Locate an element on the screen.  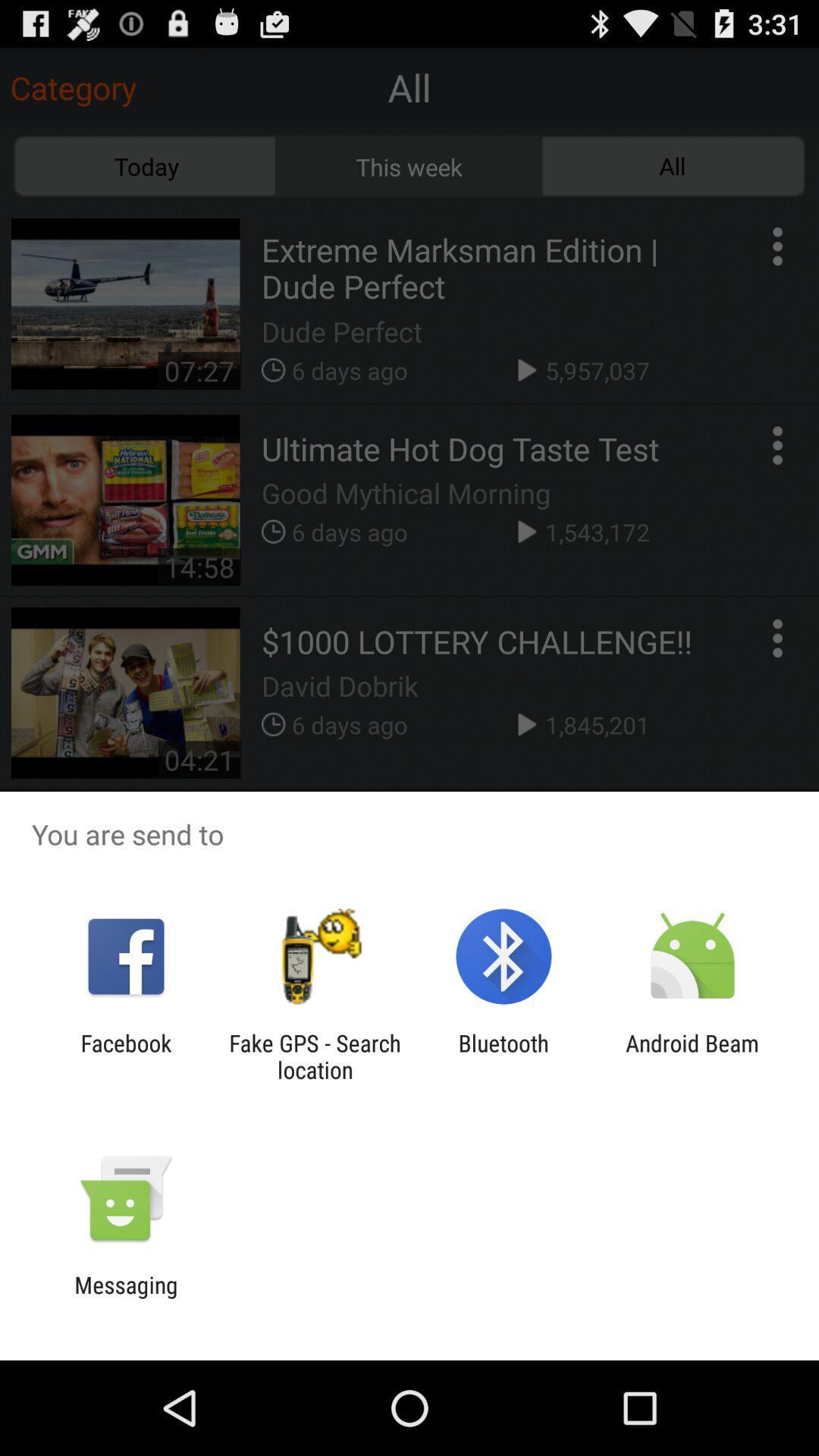
the app to the left of bluetooth icon is located at coordinates (314, 1056).